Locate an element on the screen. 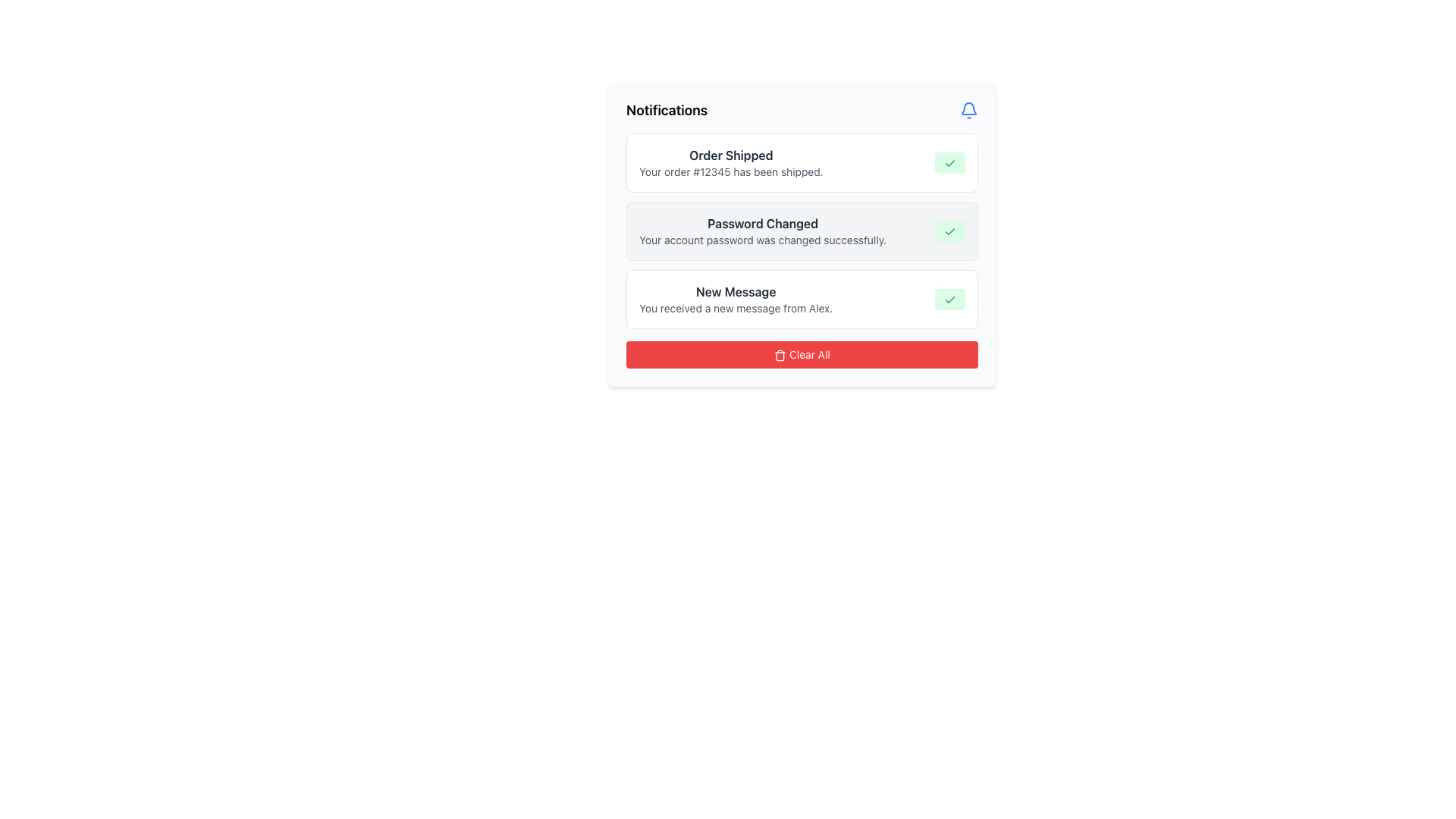 This screenshot has width=1456, height=819. the bold, dark text label reading 'New Message' located at the top of the notification panel entry in the third notification card is located at coordinates (736, 292).